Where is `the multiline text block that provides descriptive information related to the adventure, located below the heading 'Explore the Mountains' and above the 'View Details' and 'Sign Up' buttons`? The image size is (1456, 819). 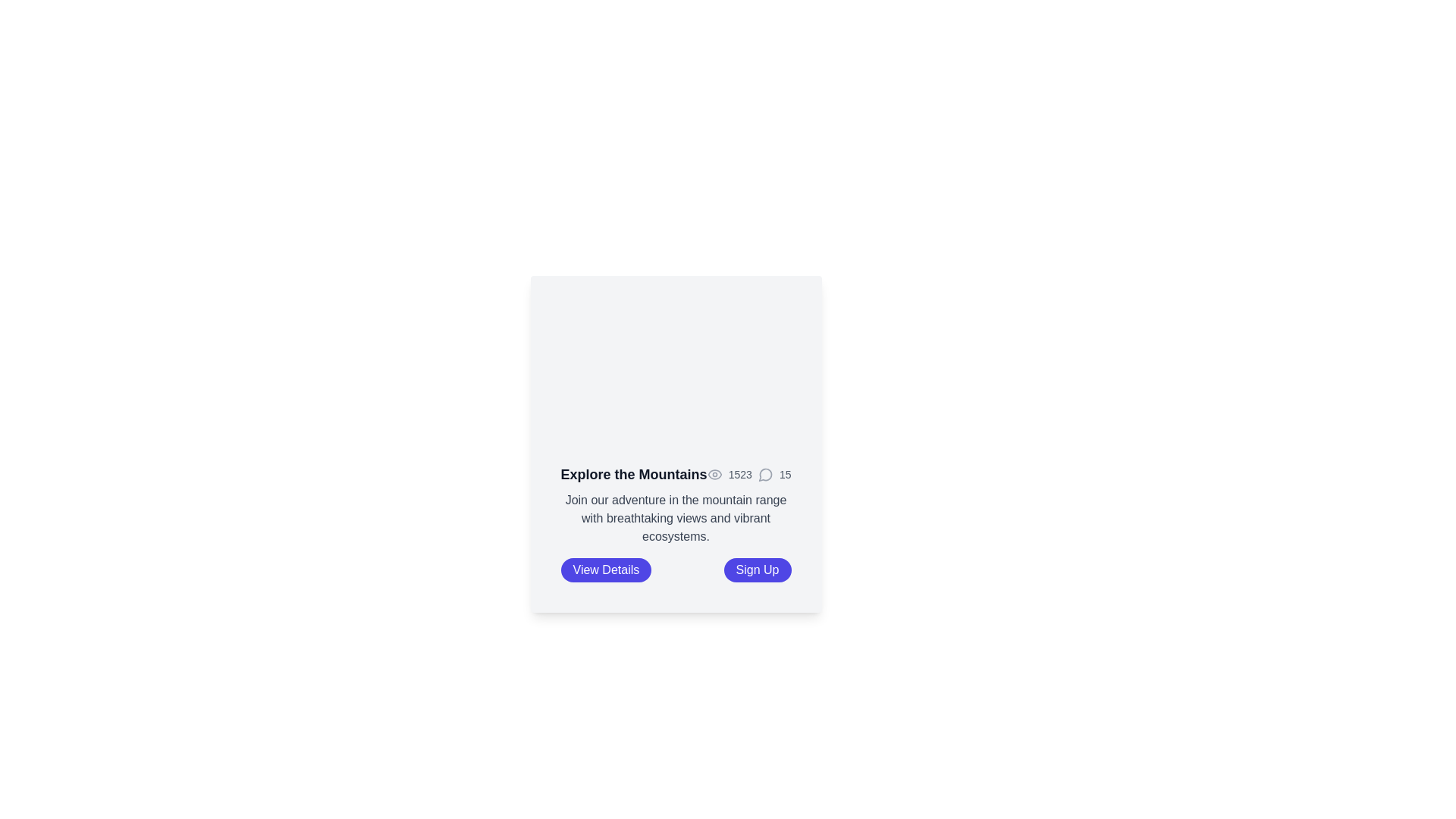 the multiline text block that provides descriptive information related to the adventure, located below the heading 'Explore the Mountains' and above the 'View Details' and 'Sign Up' buttons is located at coordinates (675, 517).